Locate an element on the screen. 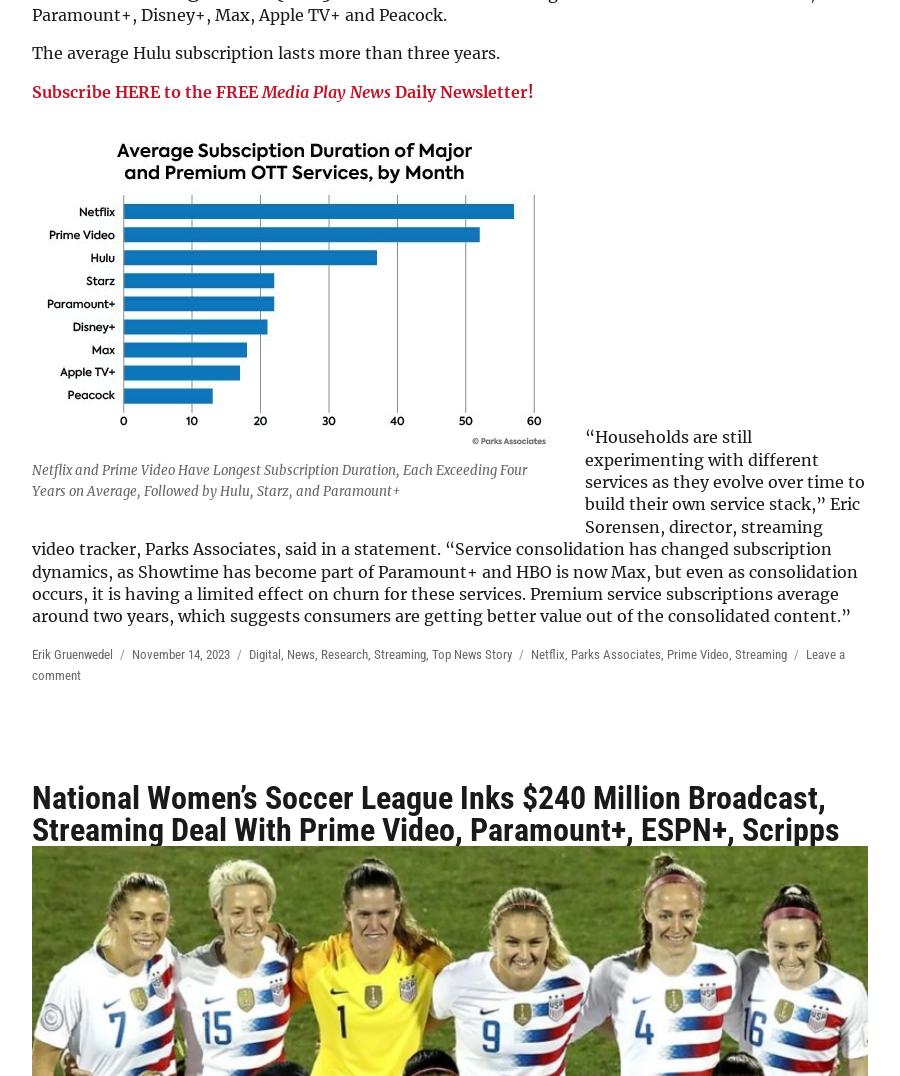 Image resolution: width=900 pixels, height=1076 pixels. 'Media Play News' is located at coordinates (260, 90).